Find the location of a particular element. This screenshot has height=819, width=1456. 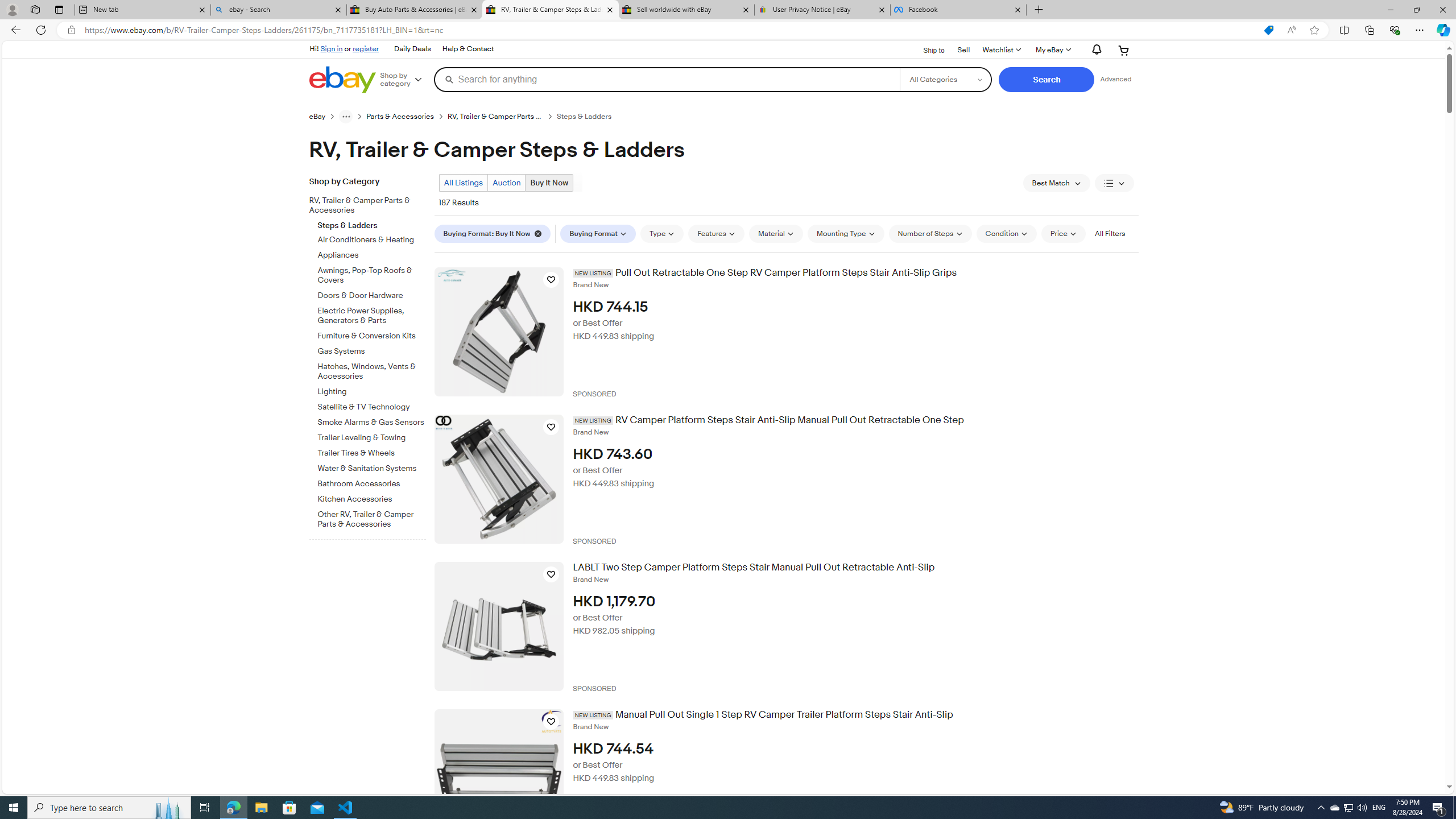

'Sell worldwide with eBay' is located at coordinates (685, 9).